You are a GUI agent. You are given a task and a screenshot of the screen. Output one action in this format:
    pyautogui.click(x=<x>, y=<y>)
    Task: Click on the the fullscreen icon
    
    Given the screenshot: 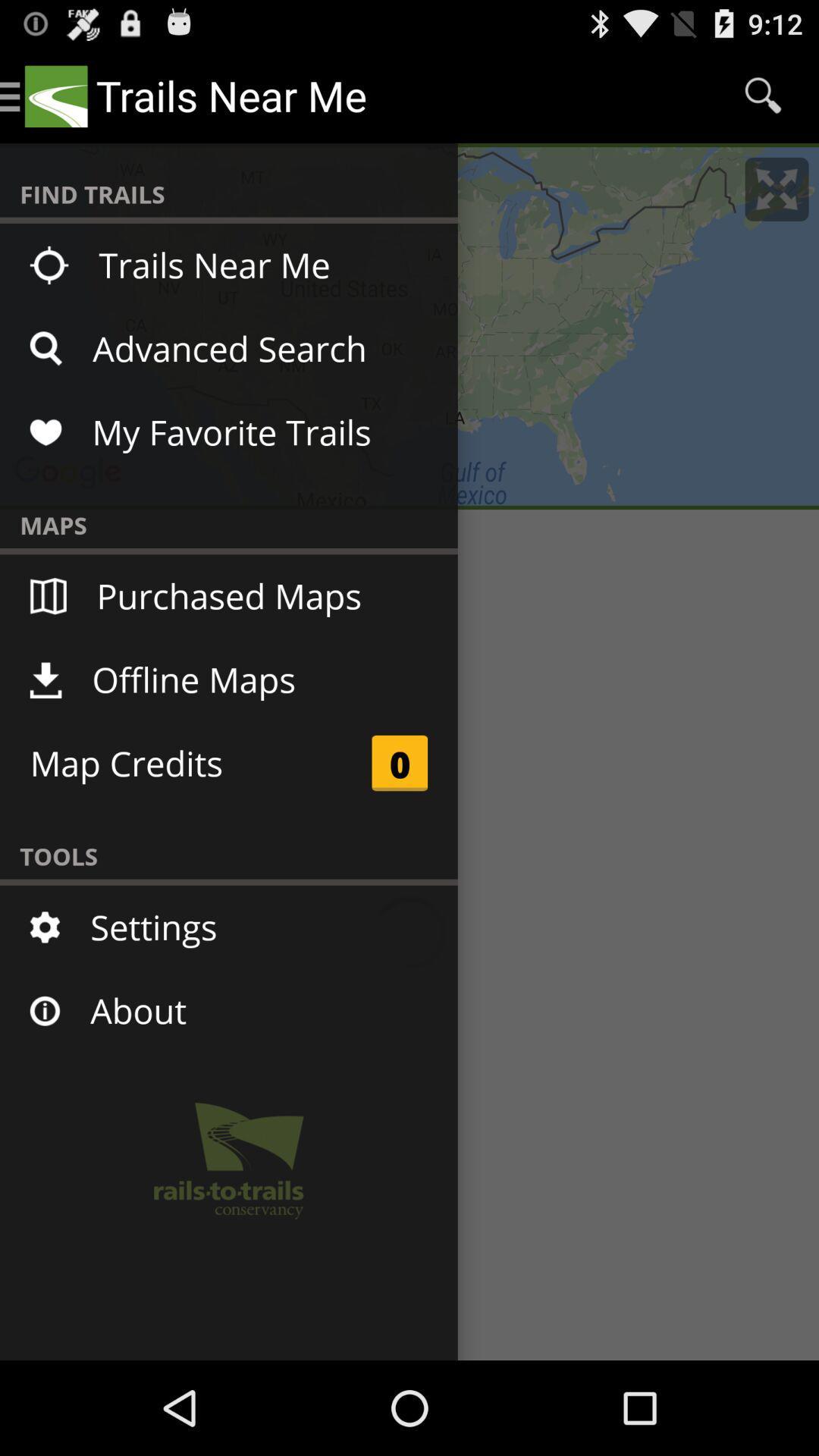 What is the action you would take?
    pyautogui.click(x=777, y=202)
    